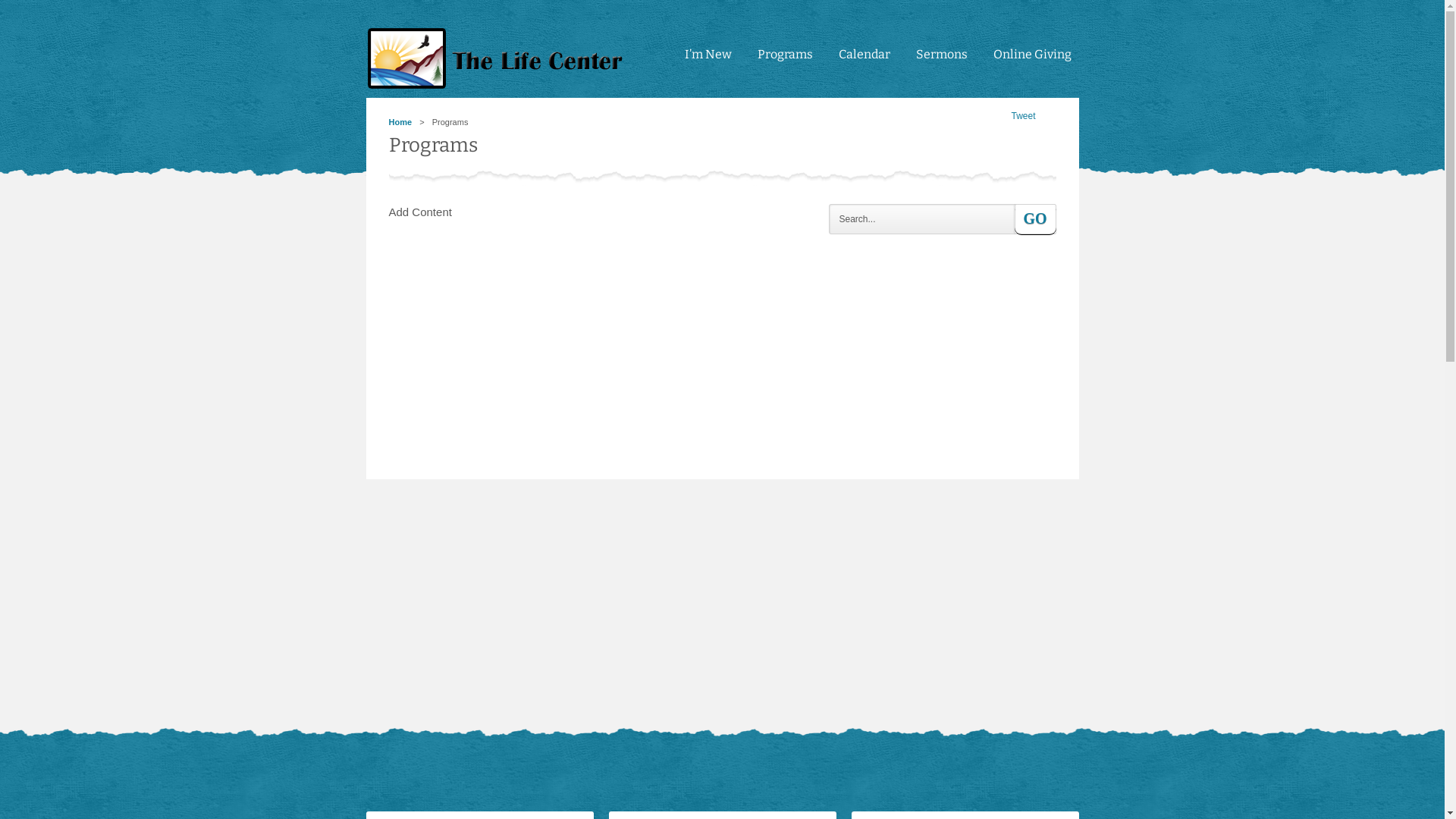 Image resolution: width=1456 pixels, height=819 pixels. What do you see at coordinates (400, 121) in the screenshot?
I see `'Home'` at bounding box center [400, 121].